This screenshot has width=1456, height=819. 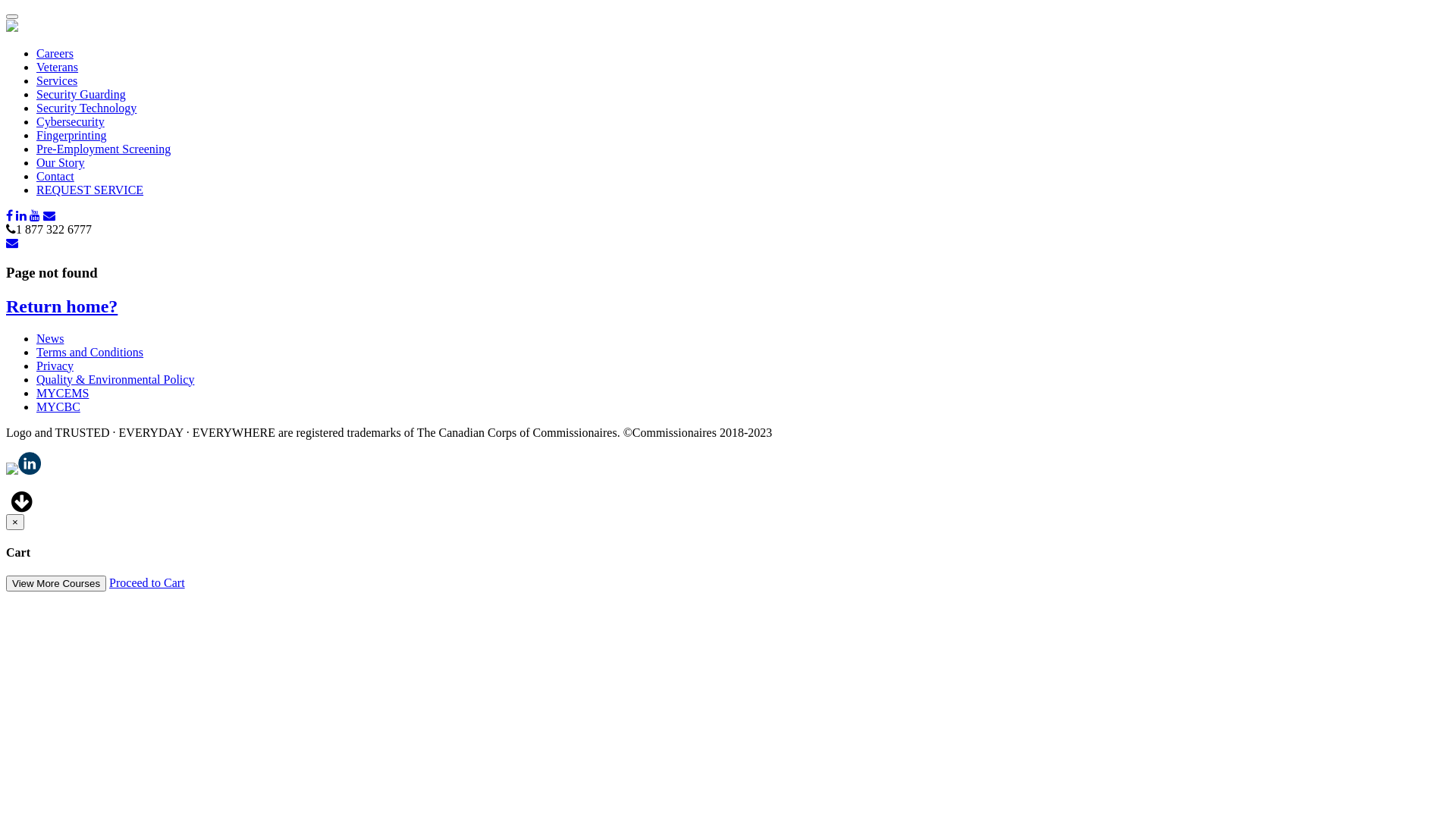 I want to click on 'Proceed to Cart', so click(x=146, y=582).